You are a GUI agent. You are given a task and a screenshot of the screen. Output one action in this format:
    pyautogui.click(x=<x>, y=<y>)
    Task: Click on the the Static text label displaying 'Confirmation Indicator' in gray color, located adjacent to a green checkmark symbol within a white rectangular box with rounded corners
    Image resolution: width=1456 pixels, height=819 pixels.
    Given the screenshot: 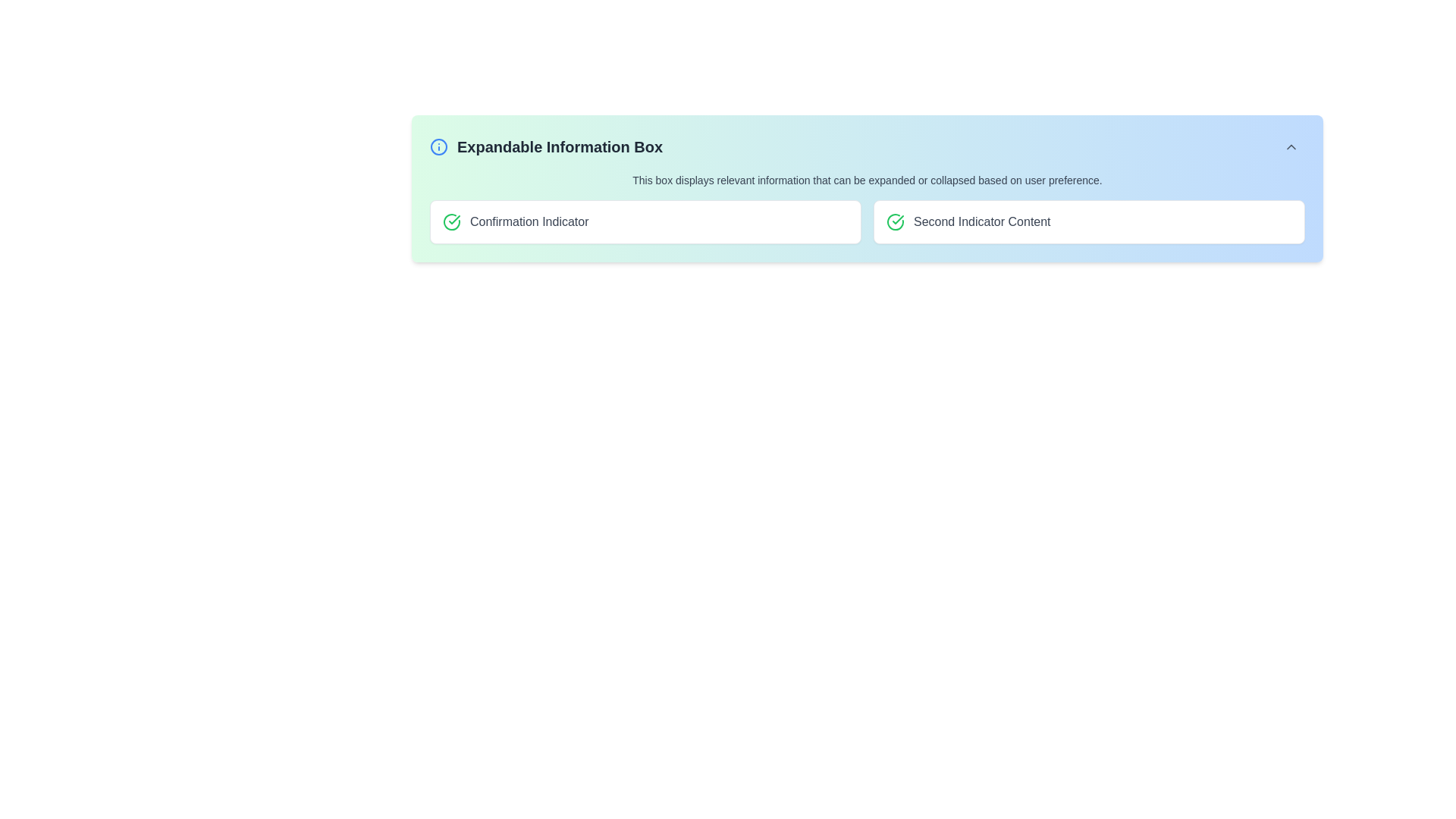 What is the action you would take?
    pyautogui.click(x=529, y=222)
    